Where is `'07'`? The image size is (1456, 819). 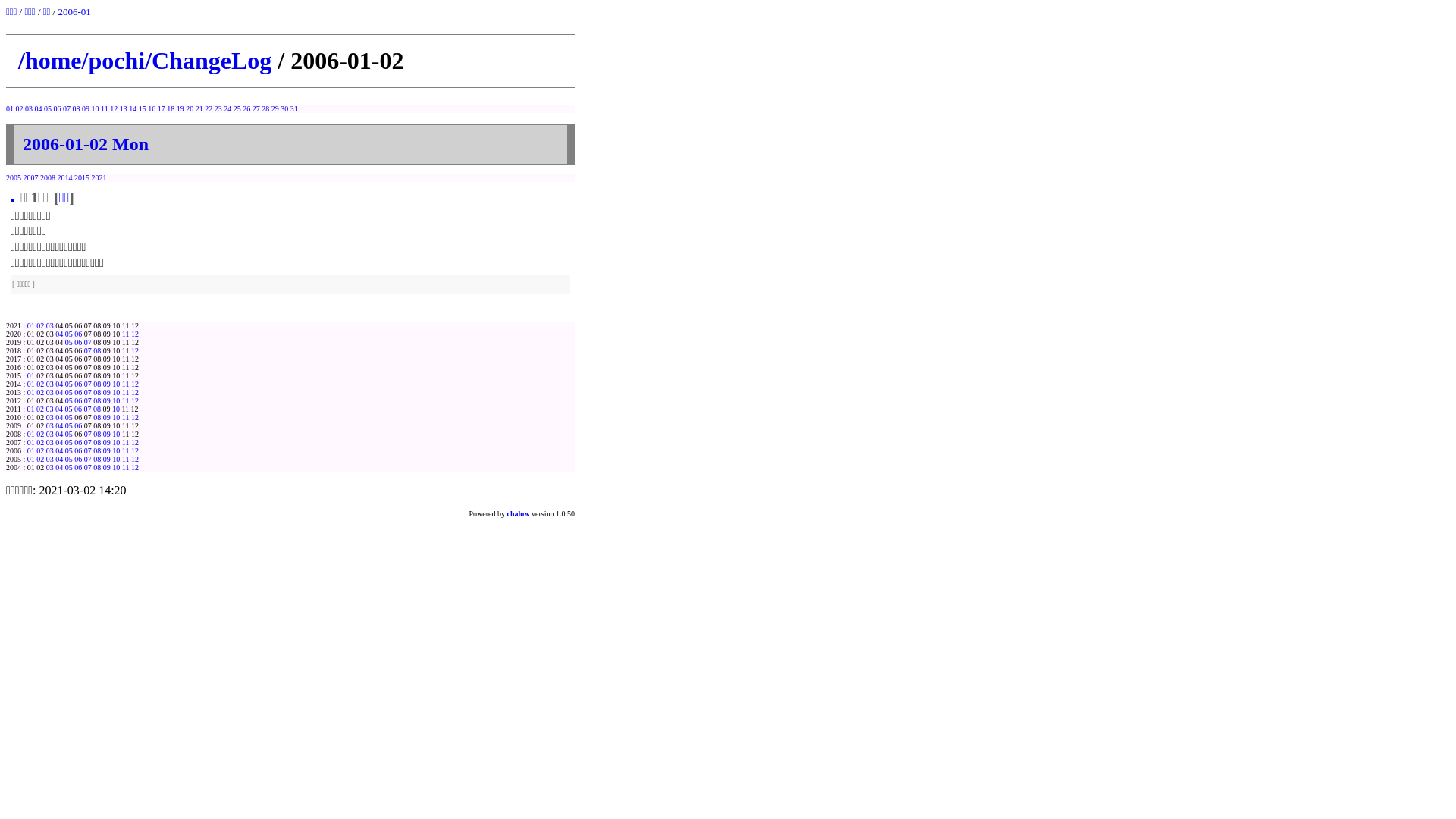 '07' is located at coordinates (86, 391).